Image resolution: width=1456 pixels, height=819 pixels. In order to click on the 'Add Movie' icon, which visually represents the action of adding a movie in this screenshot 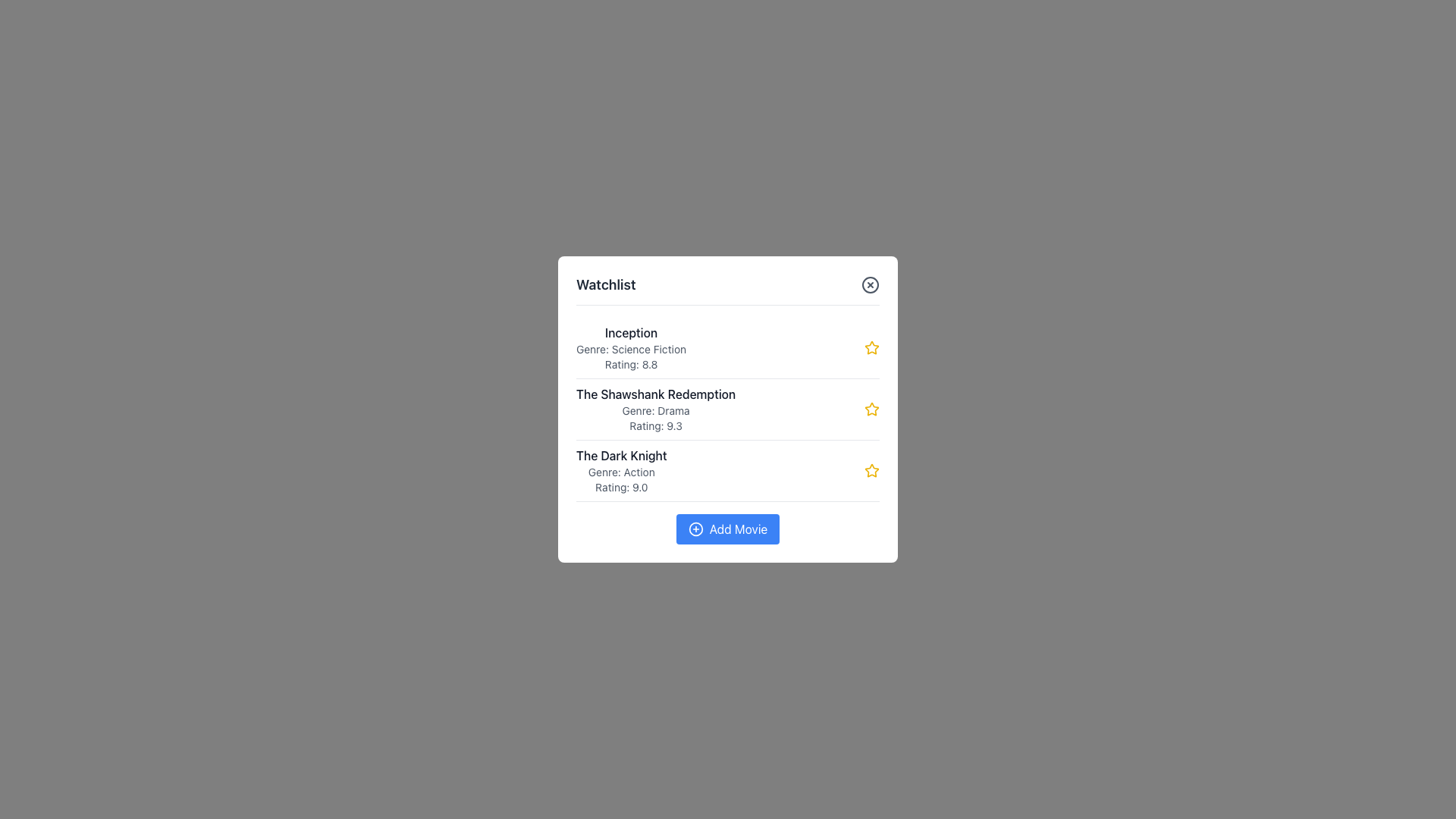, I will do `click(695, 529)`.